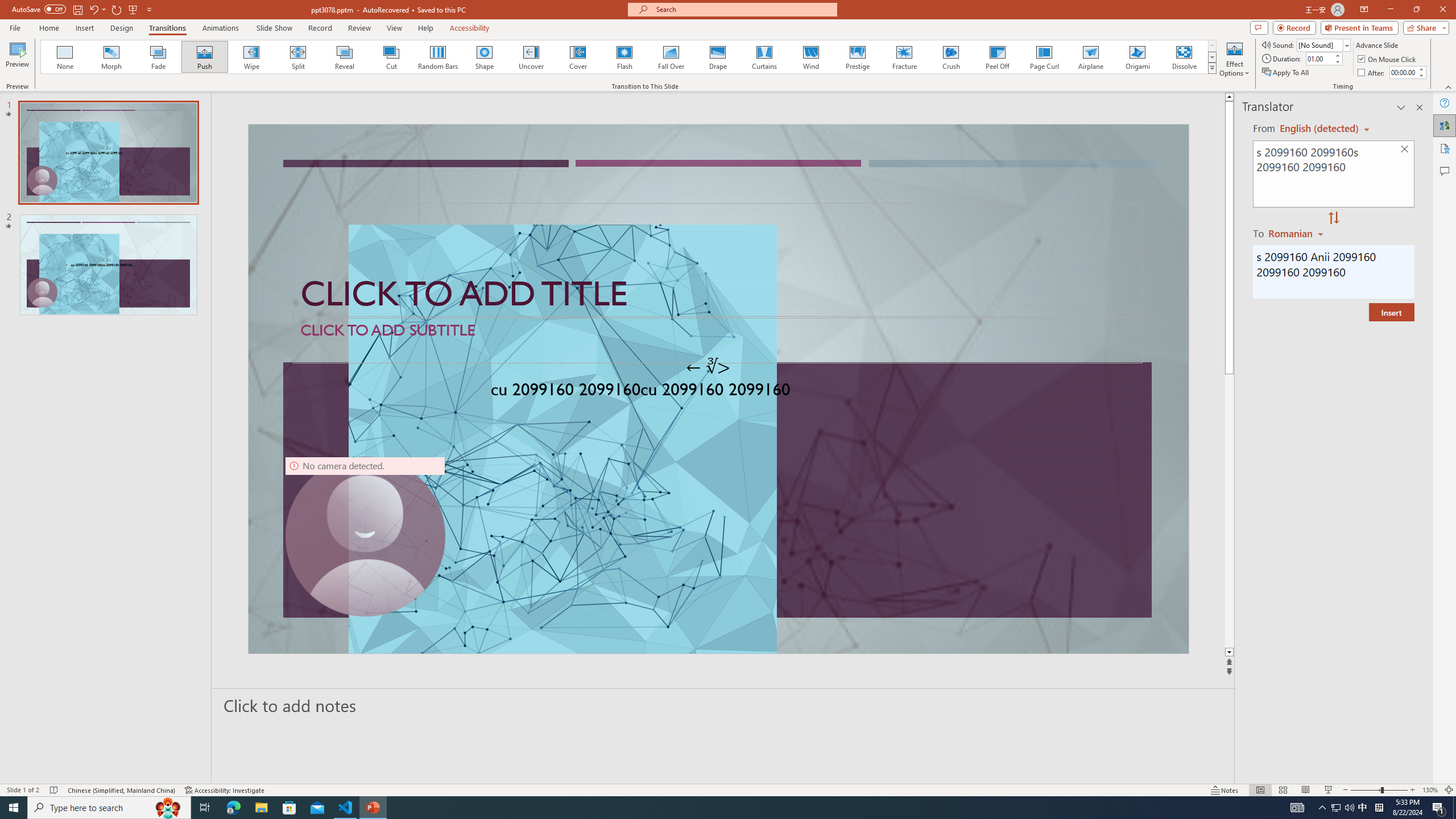  What do you see at coordinates (1296, 233) in the screenshot?
I see `'Romanian'` at bounding box center [1296, 233].